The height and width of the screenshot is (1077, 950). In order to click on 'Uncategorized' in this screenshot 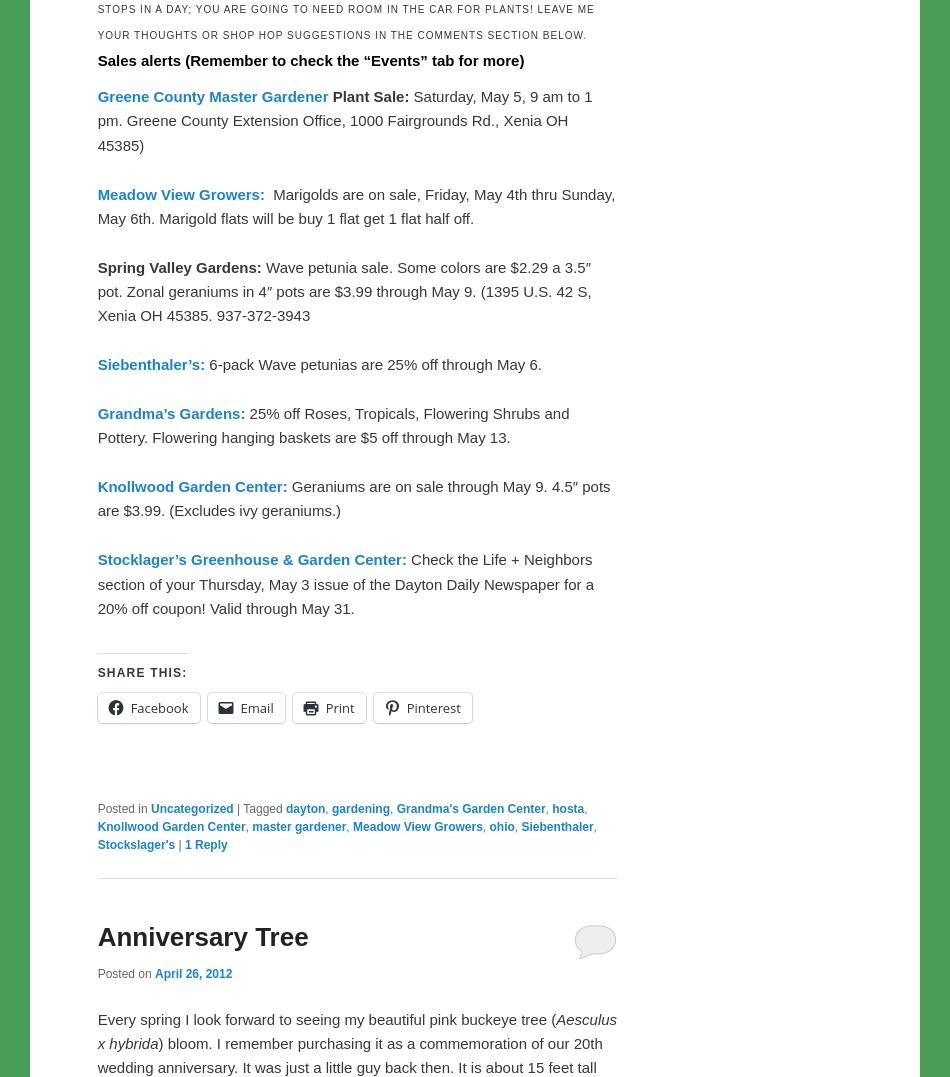, I will do `click(150, 807)`.